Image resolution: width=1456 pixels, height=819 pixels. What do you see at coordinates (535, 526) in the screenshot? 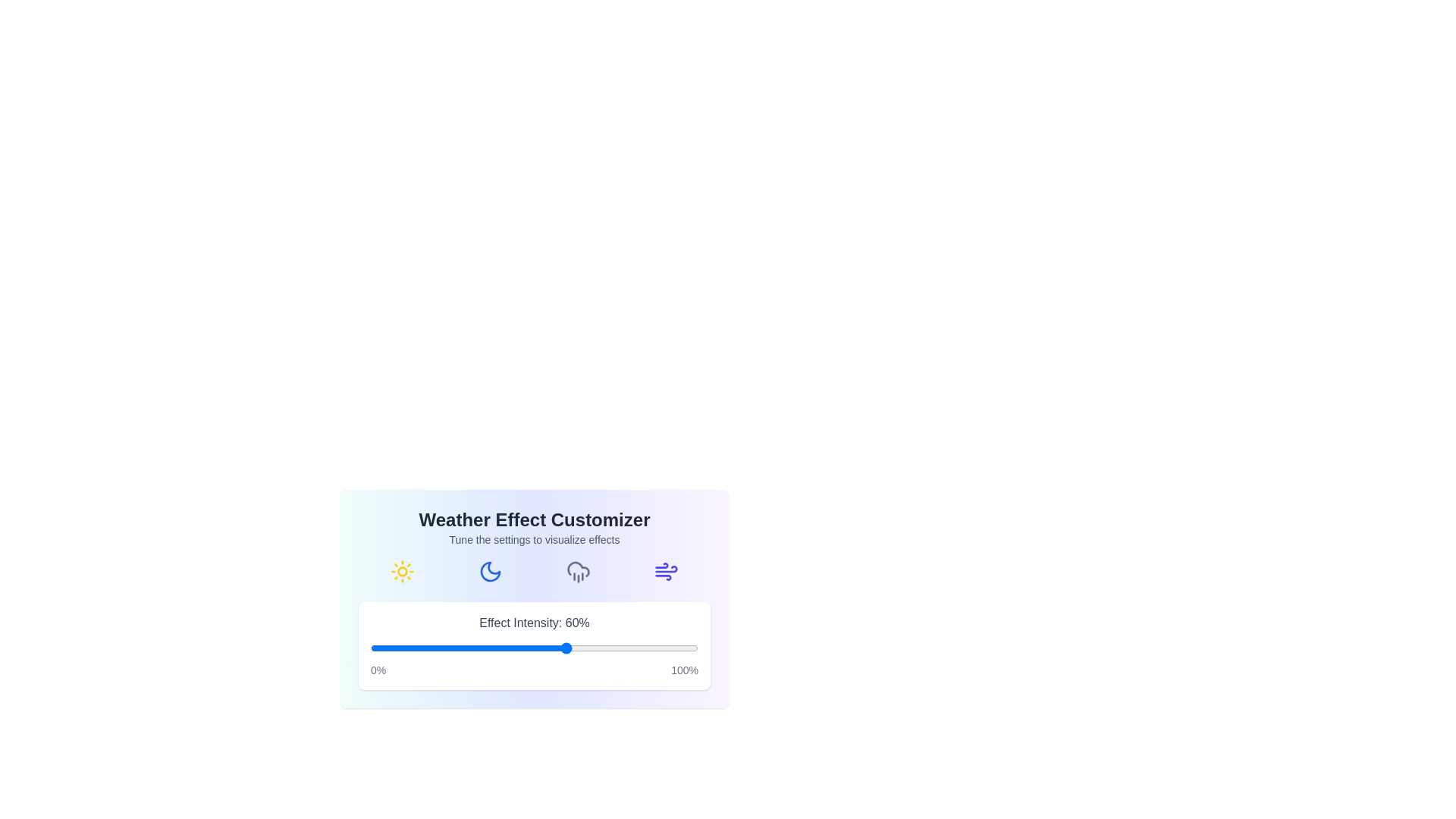
I see `the 'Weather Effect Customizer' text block which includes a bold title and a lighter subtitle, positioned at the top of the card-like section` at bounding box center [535, 526].